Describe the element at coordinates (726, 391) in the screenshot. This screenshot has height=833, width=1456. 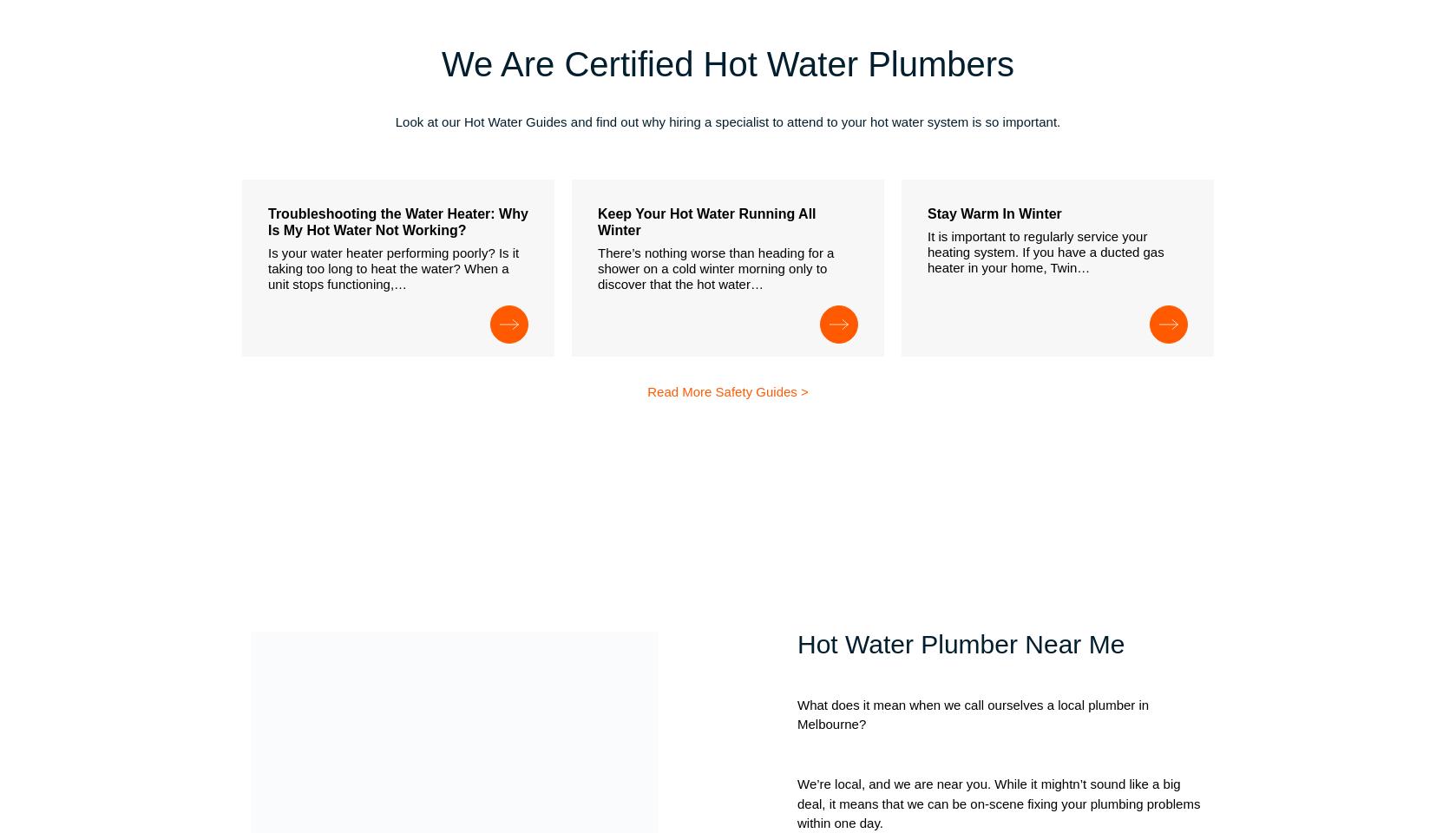
I see `'Read More Safety Guides >'` at that location.